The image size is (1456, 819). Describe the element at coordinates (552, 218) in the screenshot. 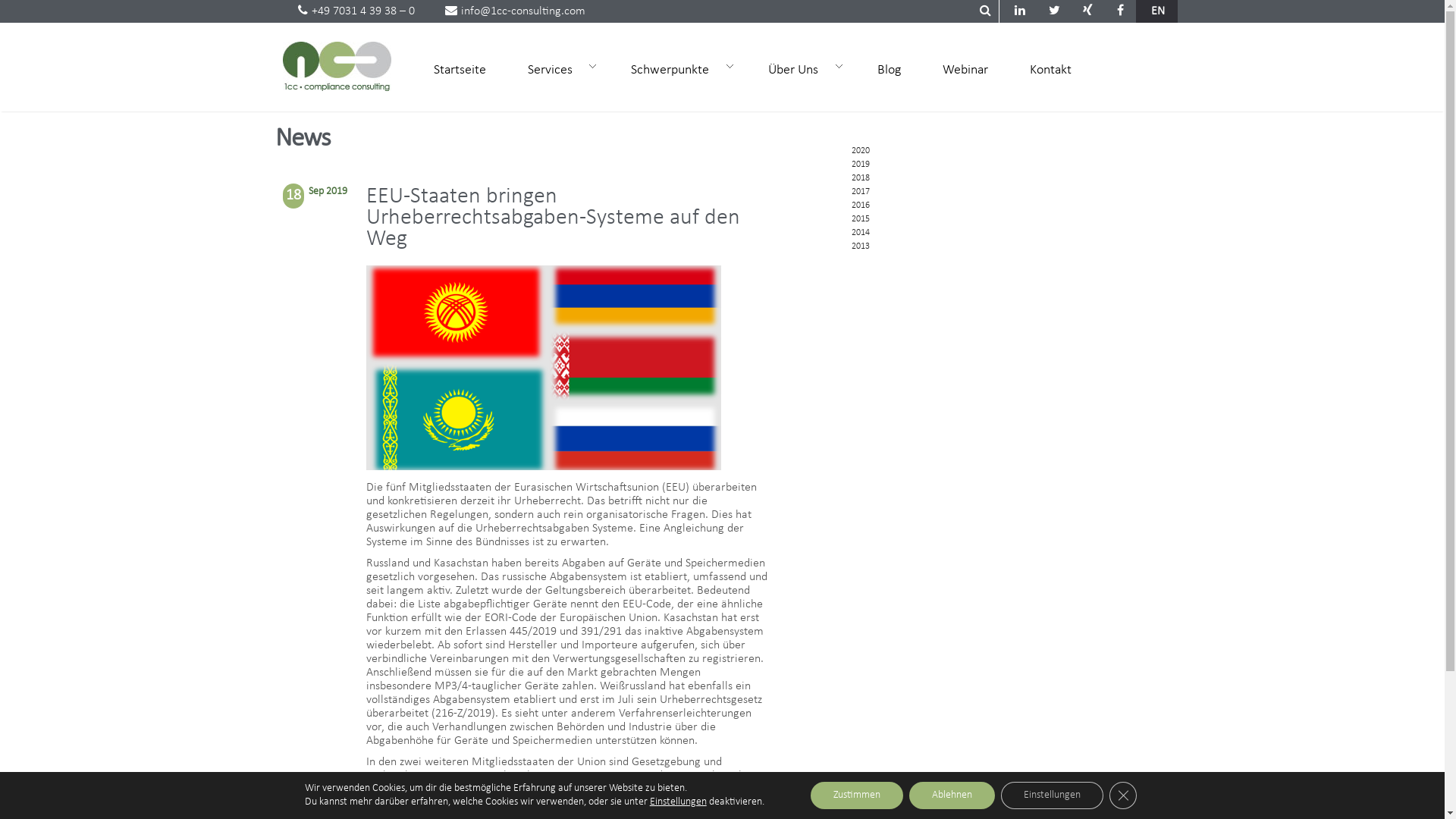

I see `'EEU-Staaten bringen Urheberrechtsabgaben-Systeme auf den Weg'` at that location.